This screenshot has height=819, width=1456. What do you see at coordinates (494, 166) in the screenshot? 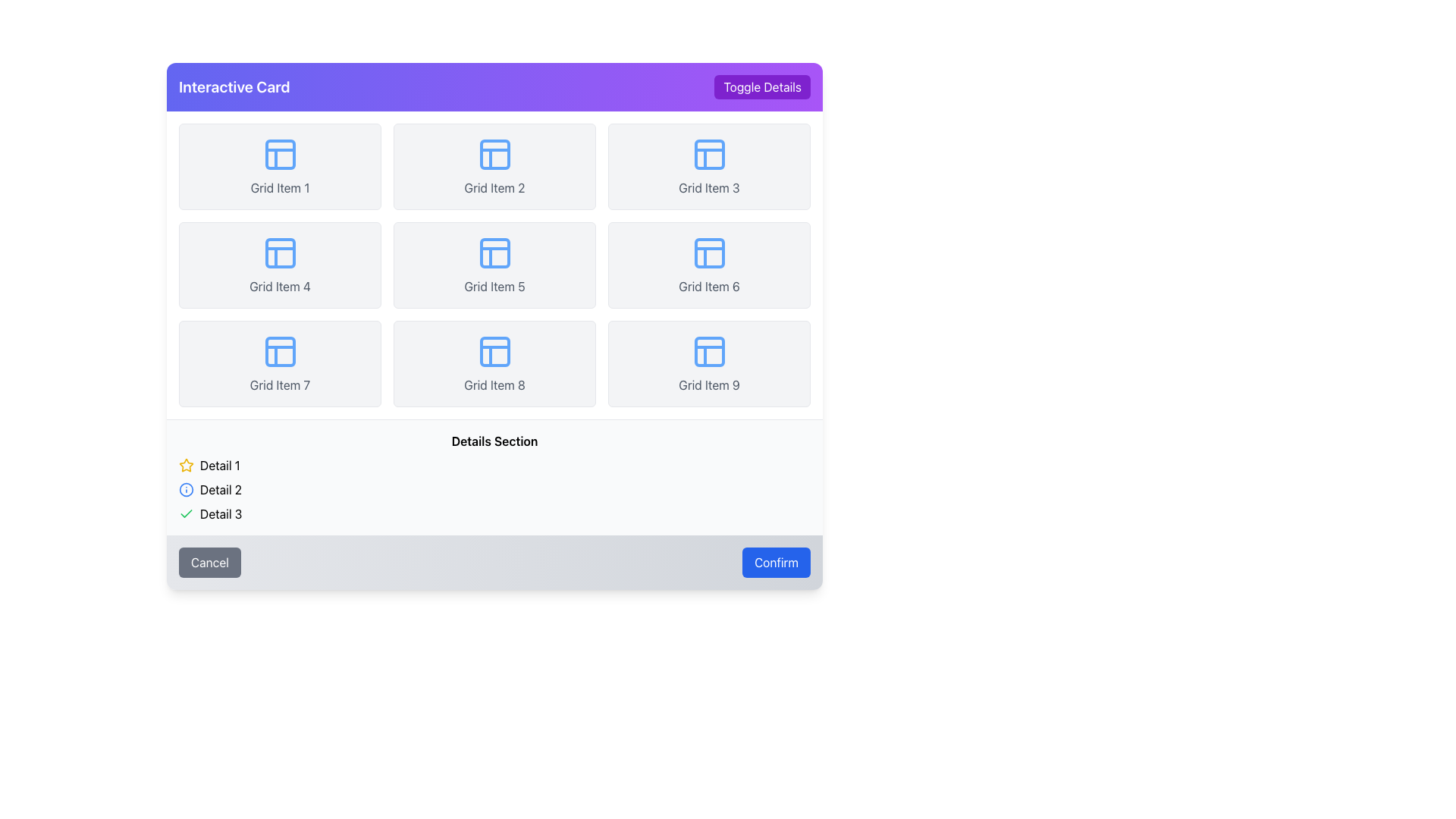
I see `the icon and label of the grid cell located in the second column of the first row, which represents an option or category within the interface` at bounding box center [494, 166].